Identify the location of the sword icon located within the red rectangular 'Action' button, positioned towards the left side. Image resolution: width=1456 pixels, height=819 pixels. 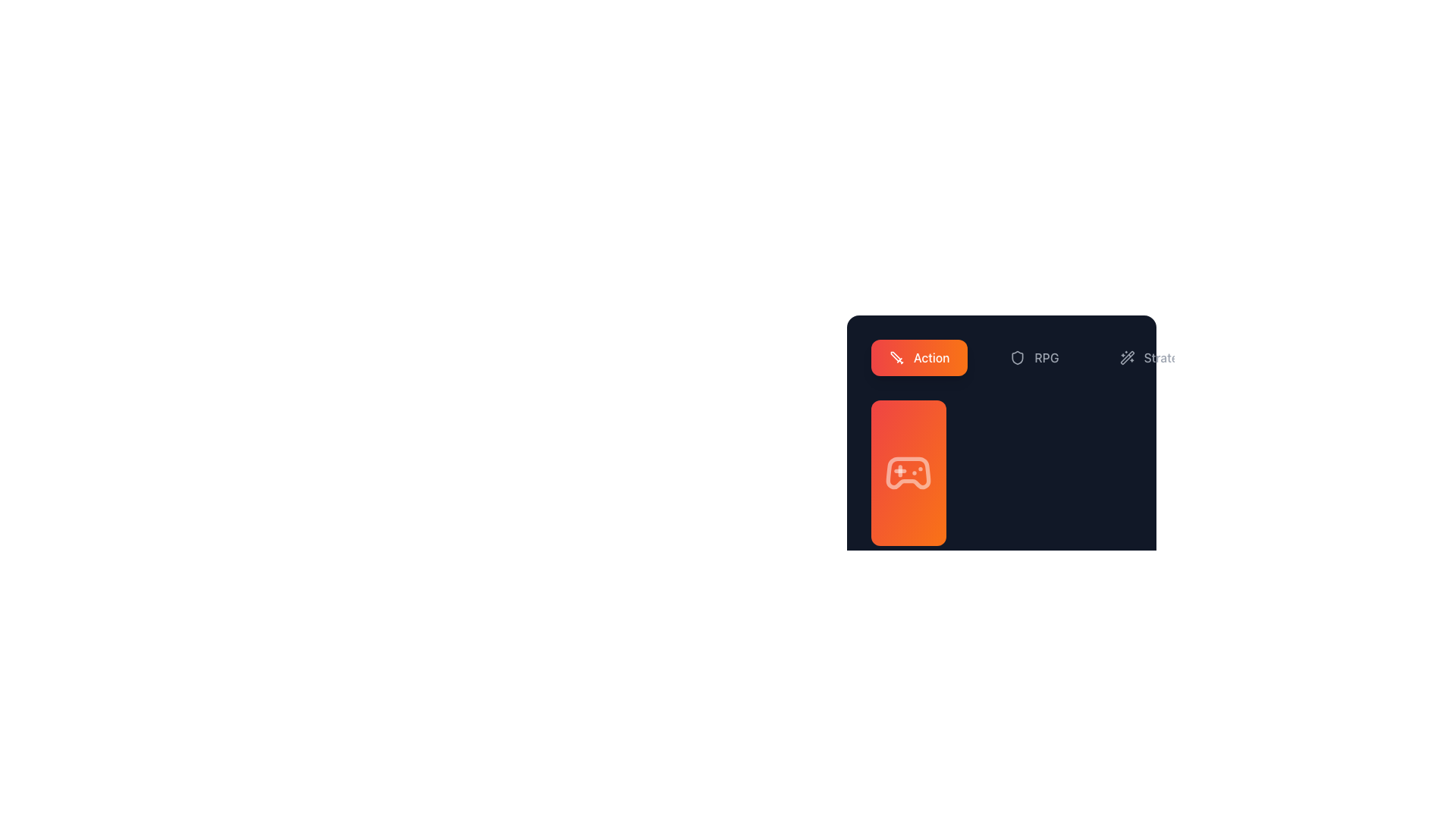
(896, 357).